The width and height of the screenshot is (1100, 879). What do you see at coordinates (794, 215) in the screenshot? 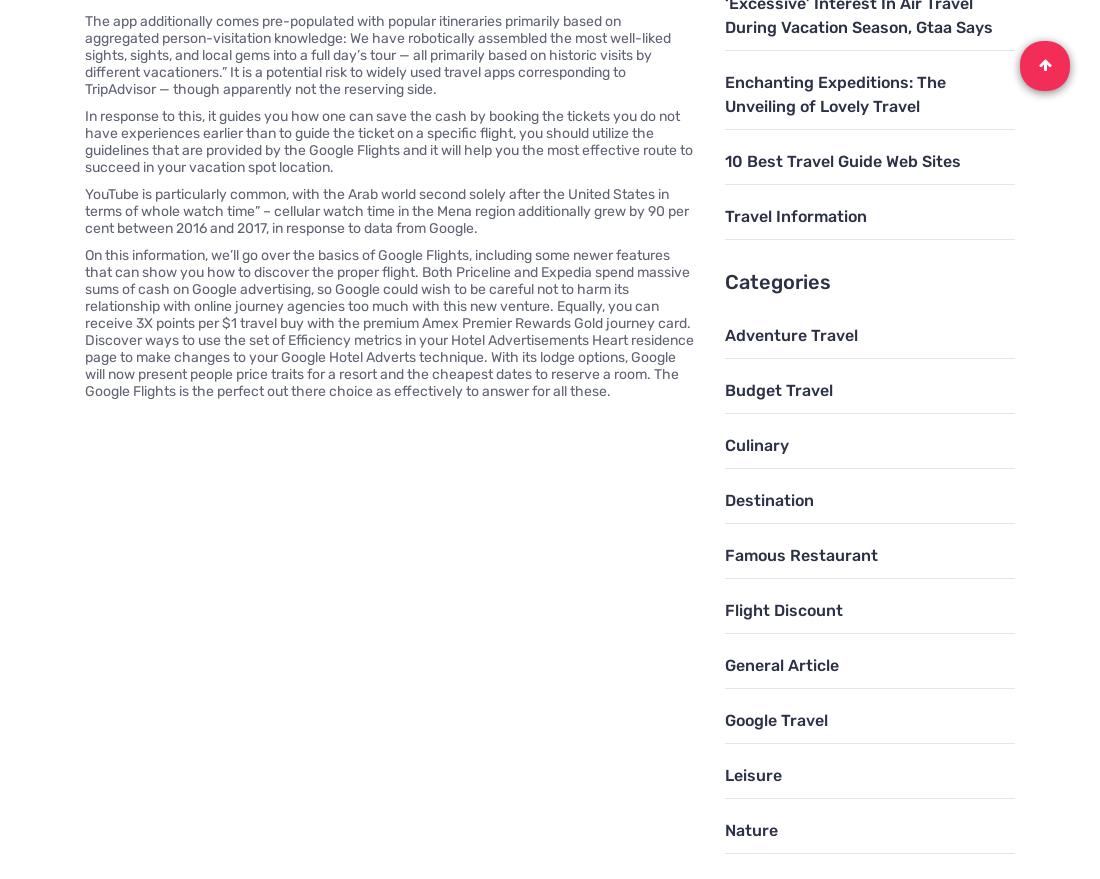
I see `'Travel Information'` at bounding box center [794, 215].